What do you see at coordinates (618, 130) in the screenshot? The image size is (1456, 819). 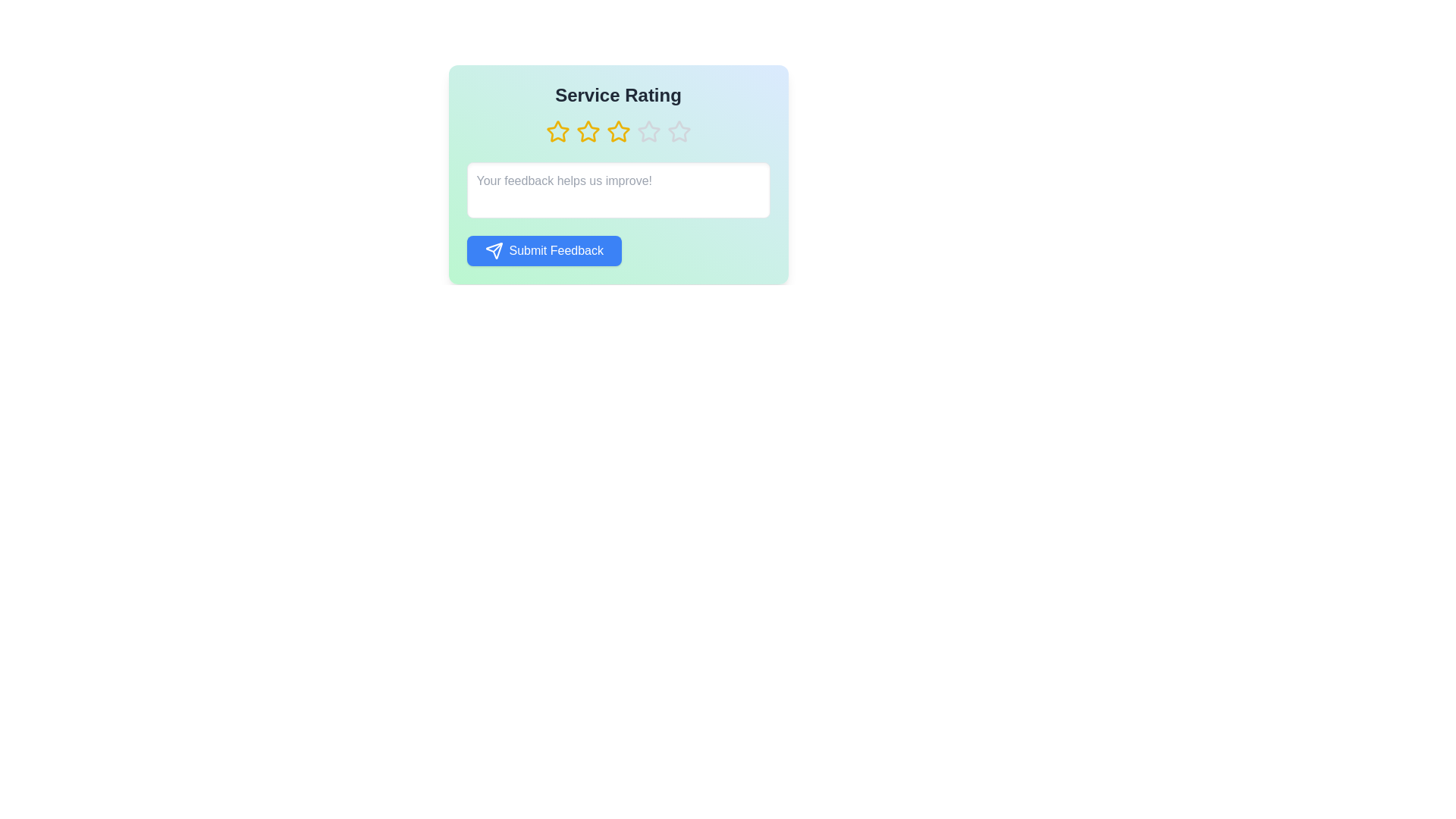 I see `the rating stars located beneath the heading 'Service Rating' and above the feedback text box` at bounding box center [618, 130].